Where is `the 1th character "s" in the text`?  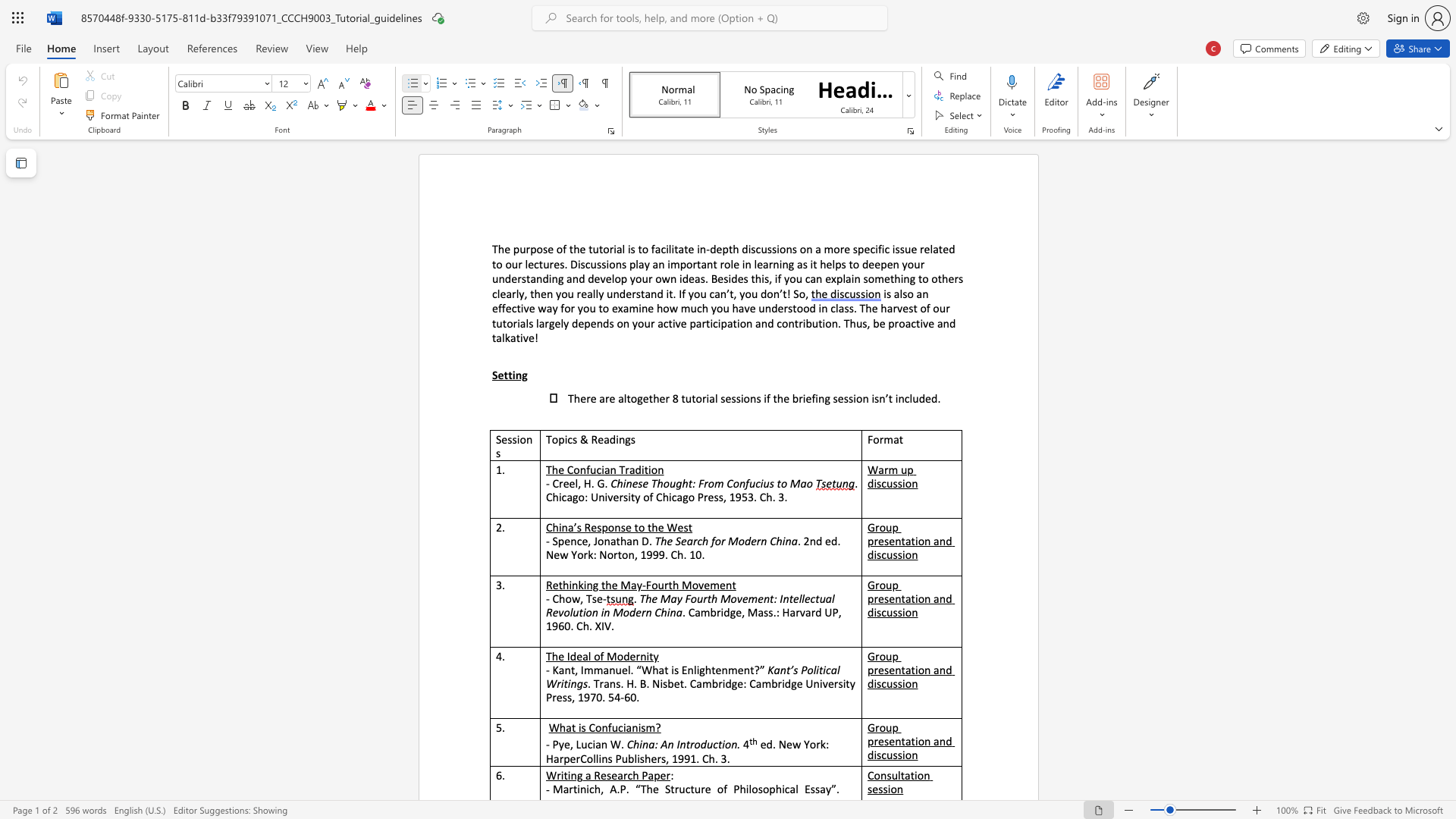
the 1th character "s" in the text is located at coordinates (640, 483).